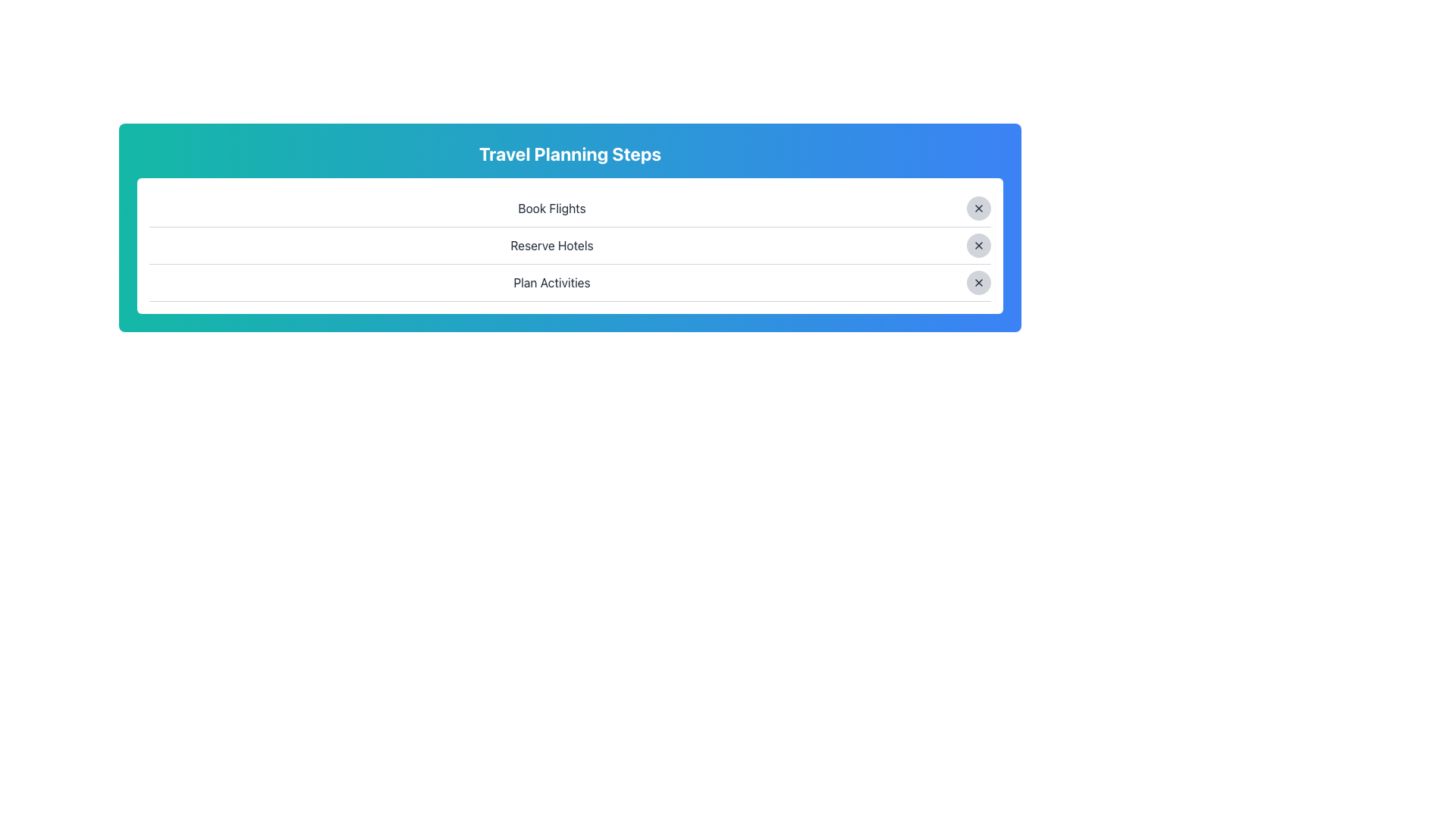  I want to click on the delete button on the far right side of the row containing the text 'Reserve Hotels', so click(979, 245).